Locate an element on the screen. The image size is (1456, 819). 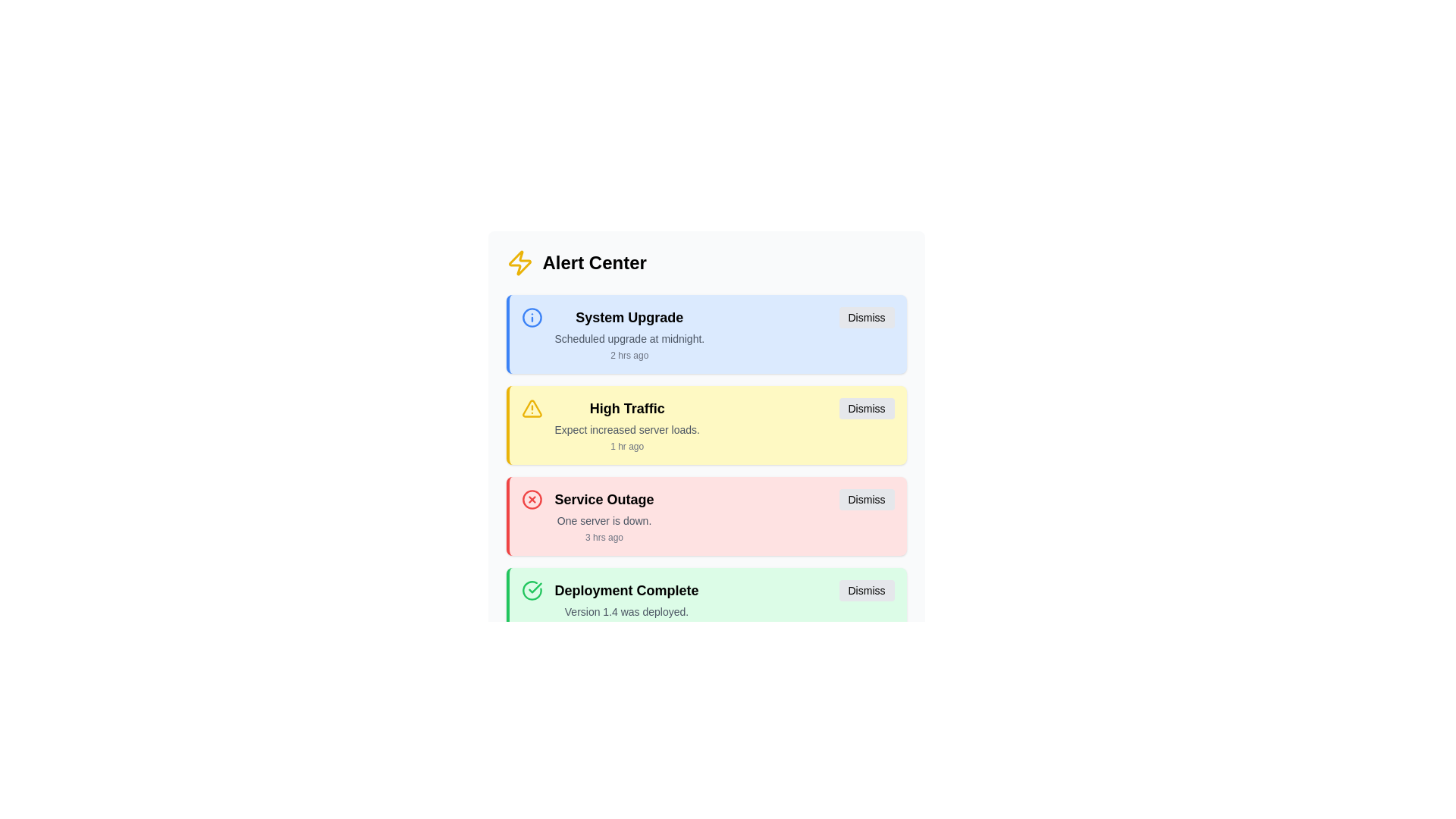
time information displayed in the Text label located in the bottom-right area of the 'Service Outage' alert box, immediately below the message 'One server is down.' is located at coordinates (603, 537).